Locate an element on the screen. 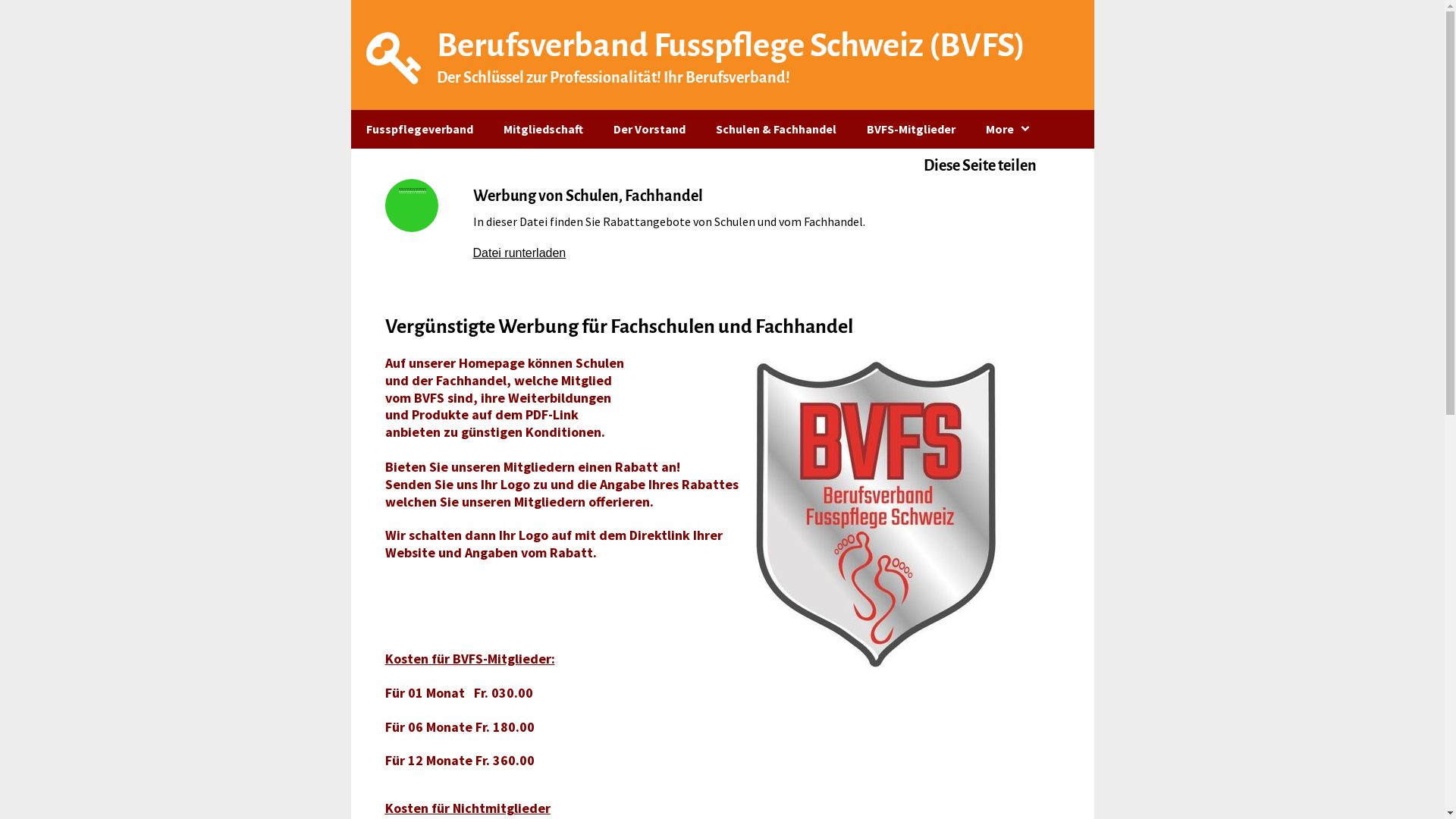 This screenshot has width=1456, height=819. 'More' is located at coordinates (1009, 128).